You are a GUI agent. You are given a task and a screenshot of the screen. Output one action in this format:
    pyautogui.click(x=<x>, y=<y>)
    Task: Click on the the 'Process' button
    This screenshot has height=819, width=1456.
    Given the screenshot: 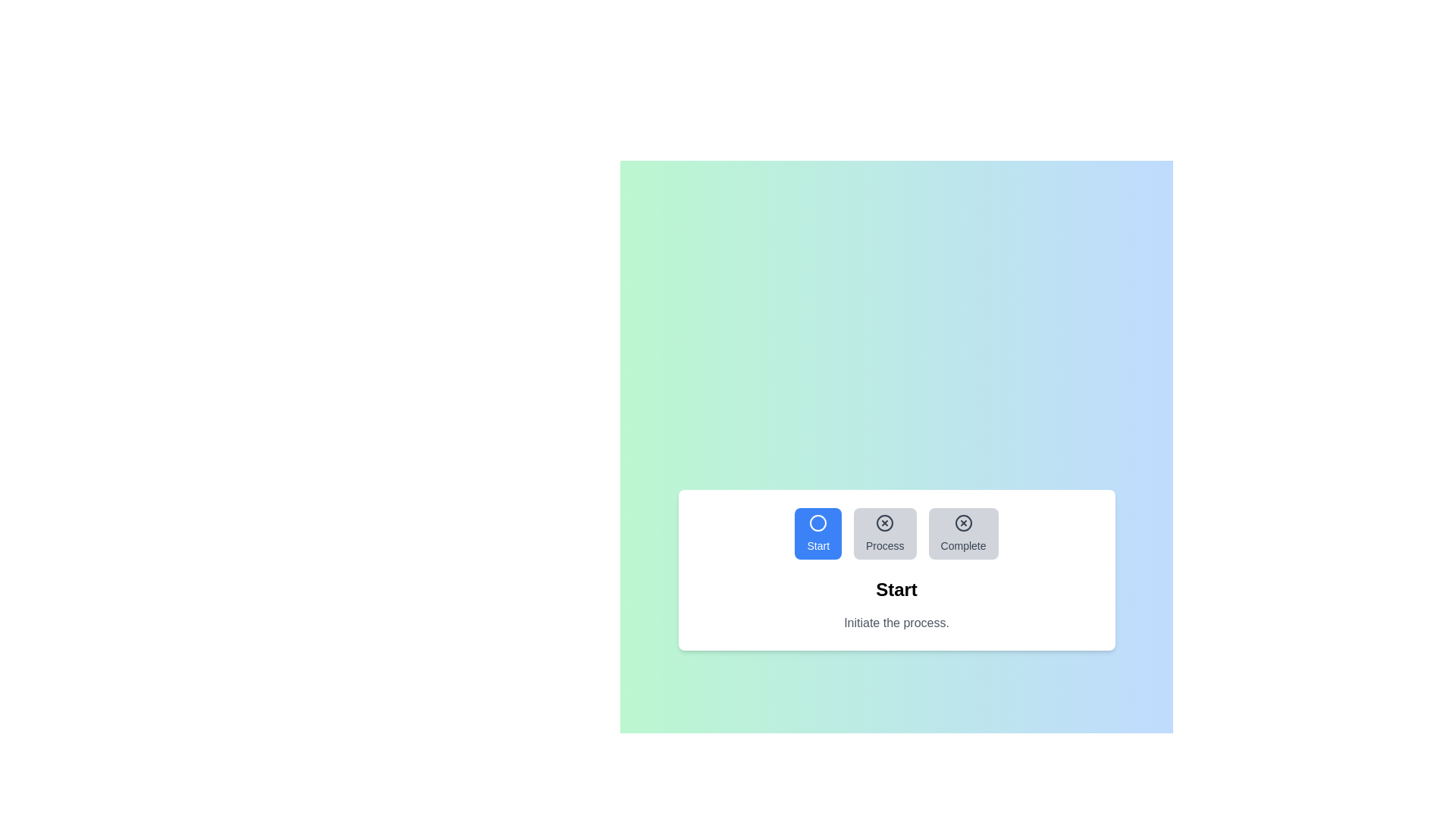 What is the action you would take?
    pyautogui.click(x=885, y=533)
    